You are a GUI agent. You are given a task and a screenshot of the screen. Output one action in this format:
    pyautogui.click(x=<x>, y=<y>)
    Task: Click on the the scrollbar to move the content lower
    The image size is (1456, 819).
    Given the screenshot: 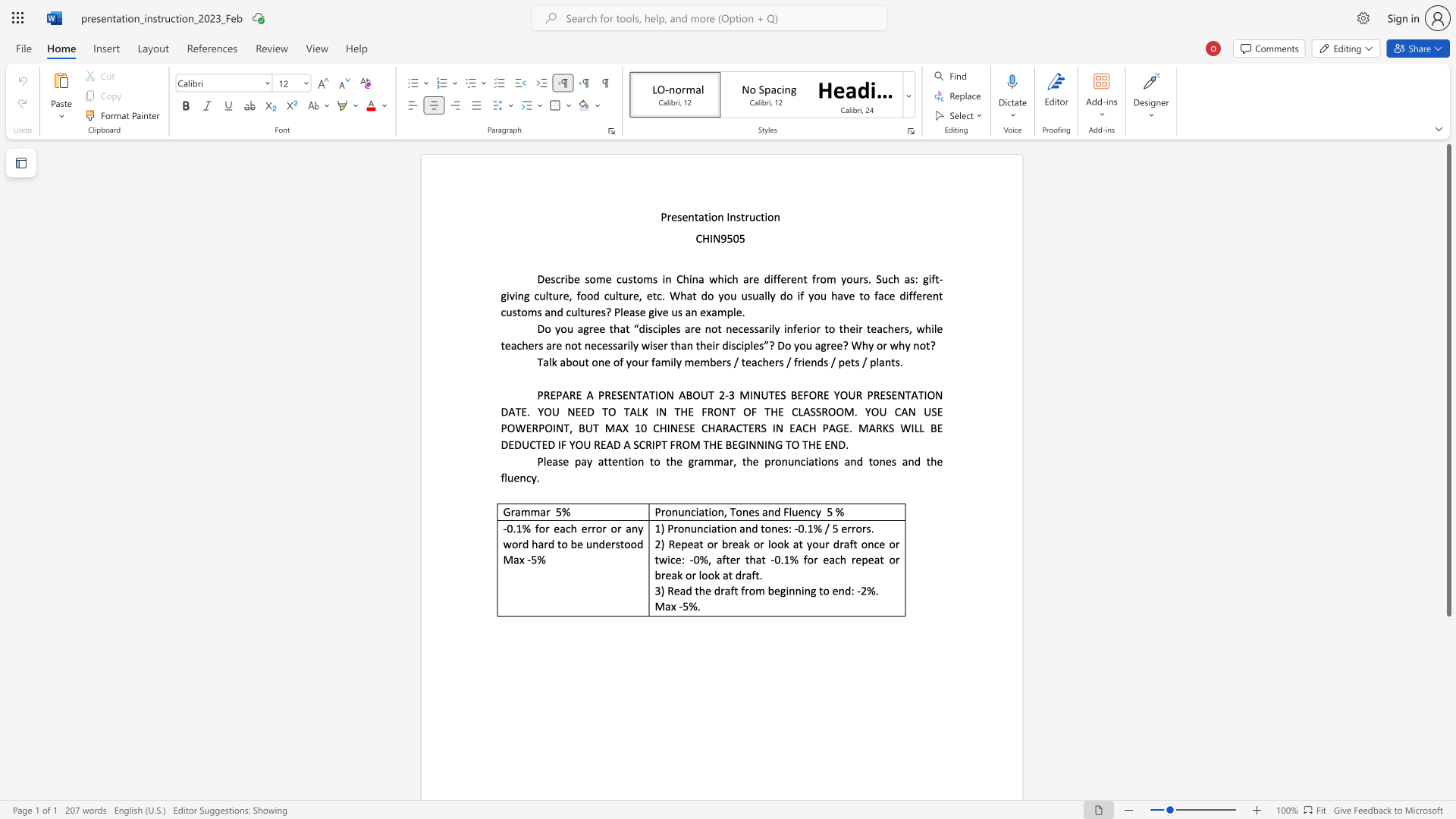 What is the action you would take?
    pyautogui.click(x=1448, y=644)
    